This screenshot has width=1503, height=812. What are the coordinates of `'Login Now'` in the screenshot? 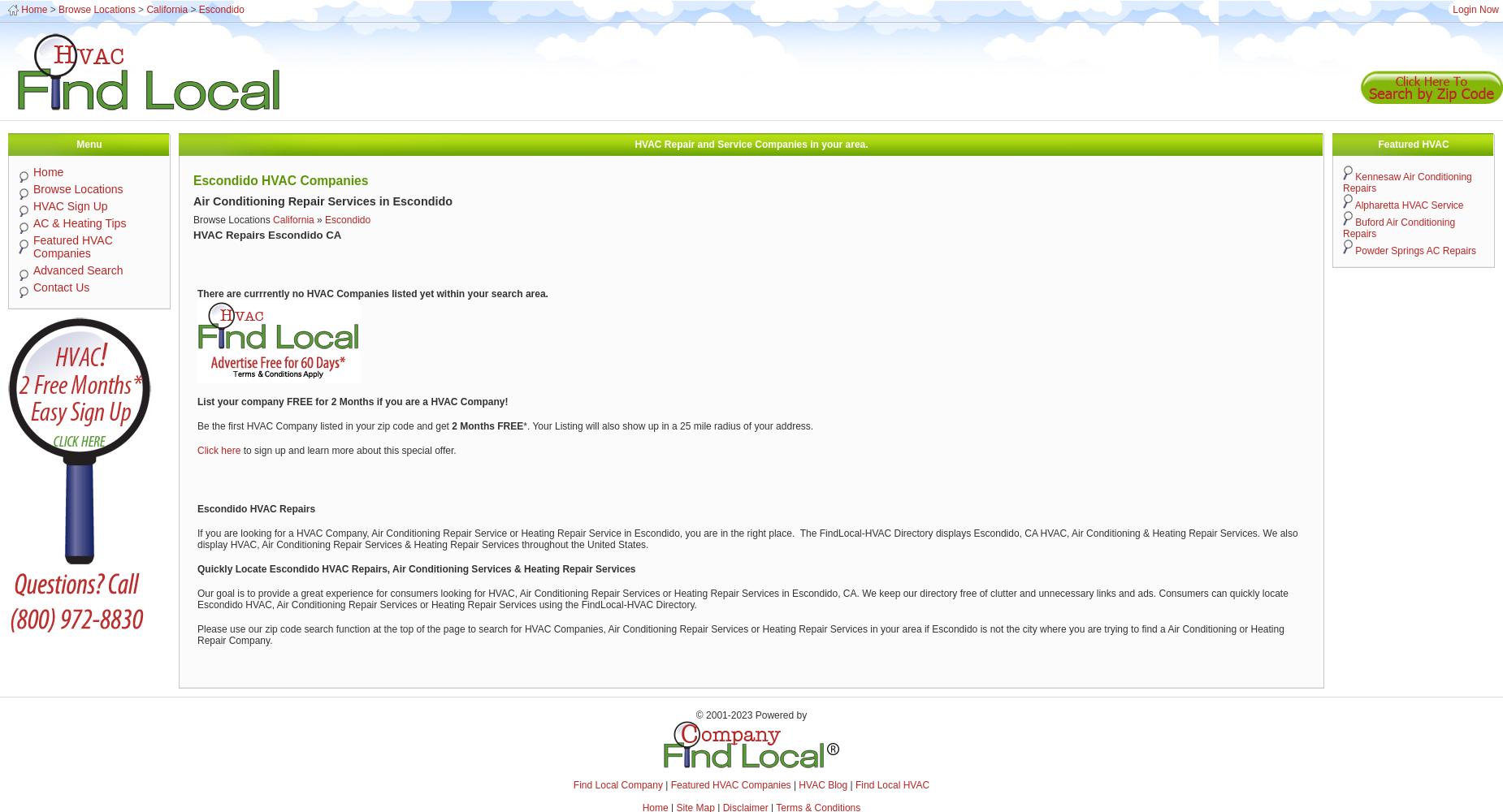 It's located at (1475, 10).